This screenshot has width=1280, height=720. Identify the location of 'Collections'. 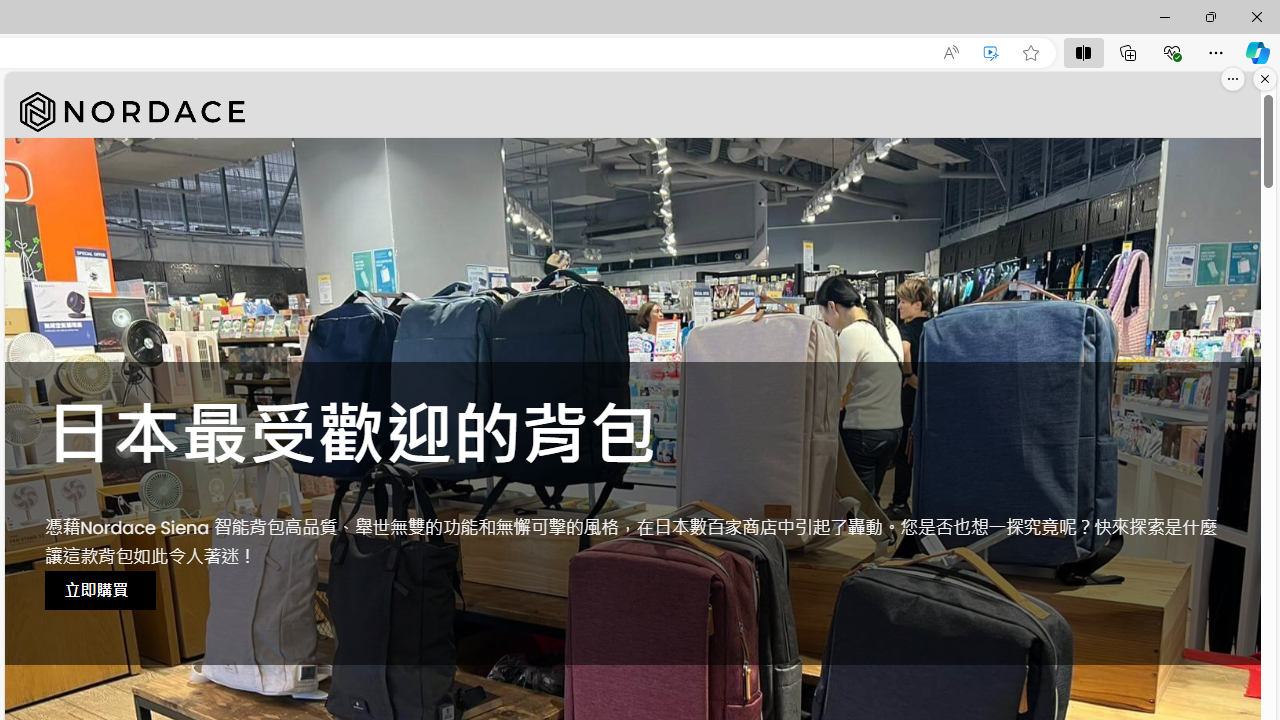
(1128, 51).